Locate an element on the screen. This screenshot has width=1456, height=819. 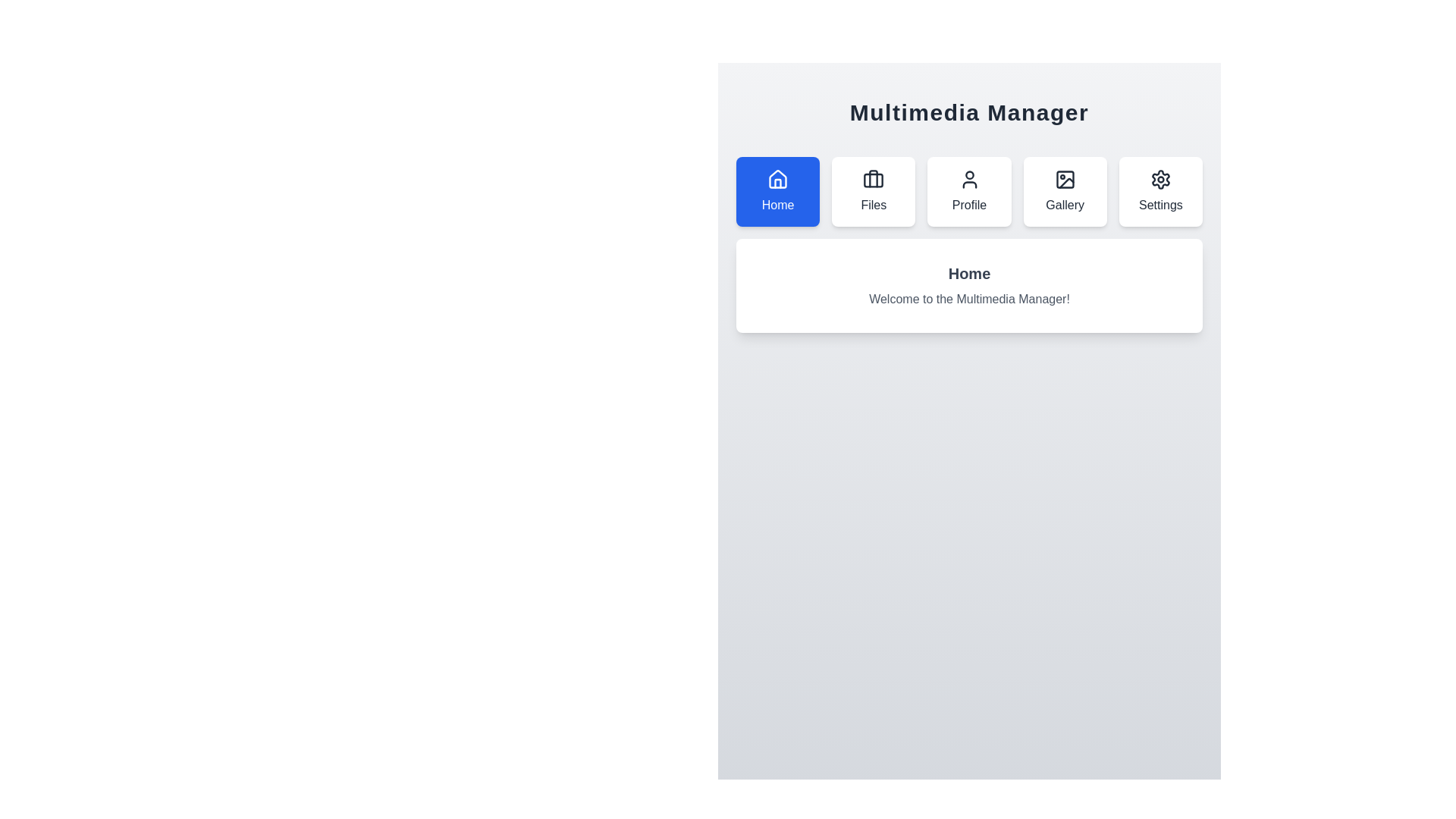
the 'Profile' button, which is the third button from the left in a horizontal row of five buttons, located below the 'Multimedia Manager' heading is located at coordinates (968, 191).